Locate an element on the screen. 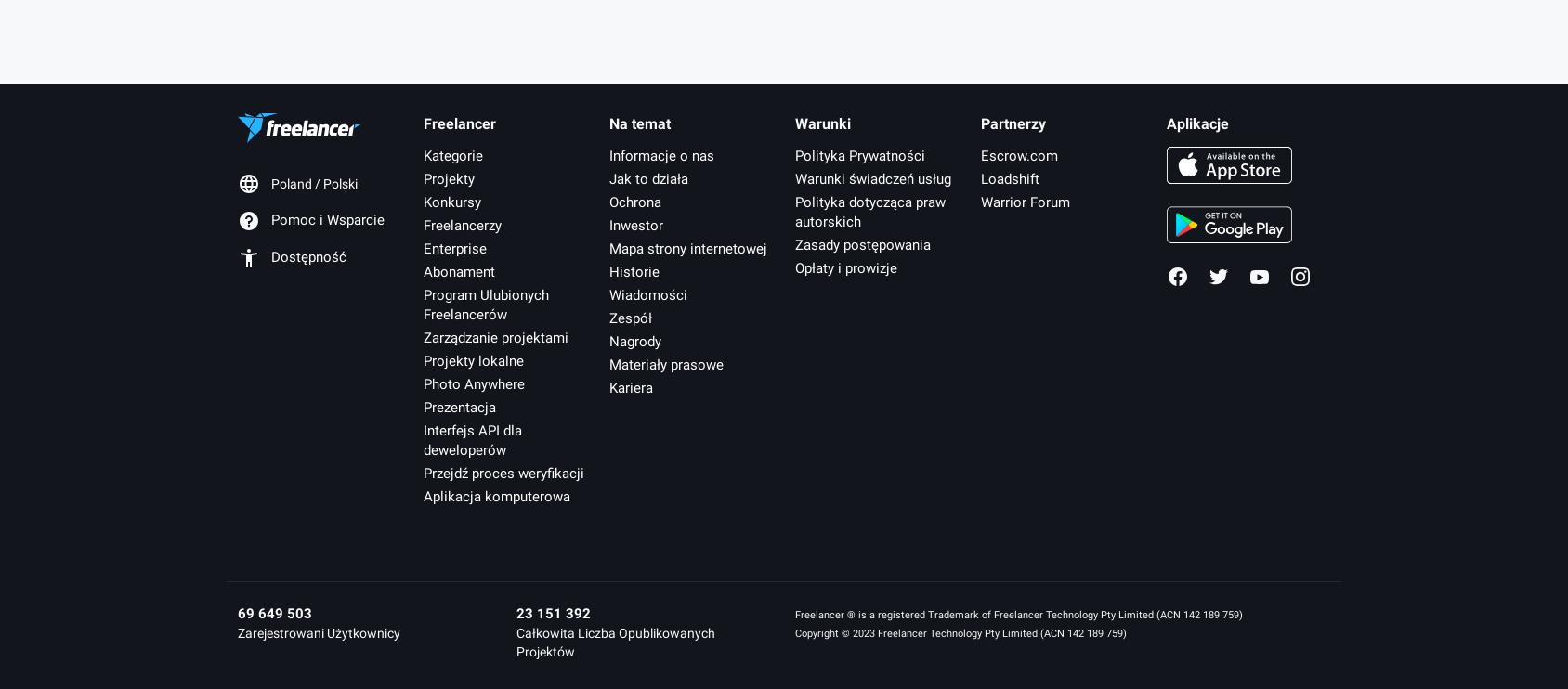  'Photo Anywhere' is located at coordinates (473, 383).